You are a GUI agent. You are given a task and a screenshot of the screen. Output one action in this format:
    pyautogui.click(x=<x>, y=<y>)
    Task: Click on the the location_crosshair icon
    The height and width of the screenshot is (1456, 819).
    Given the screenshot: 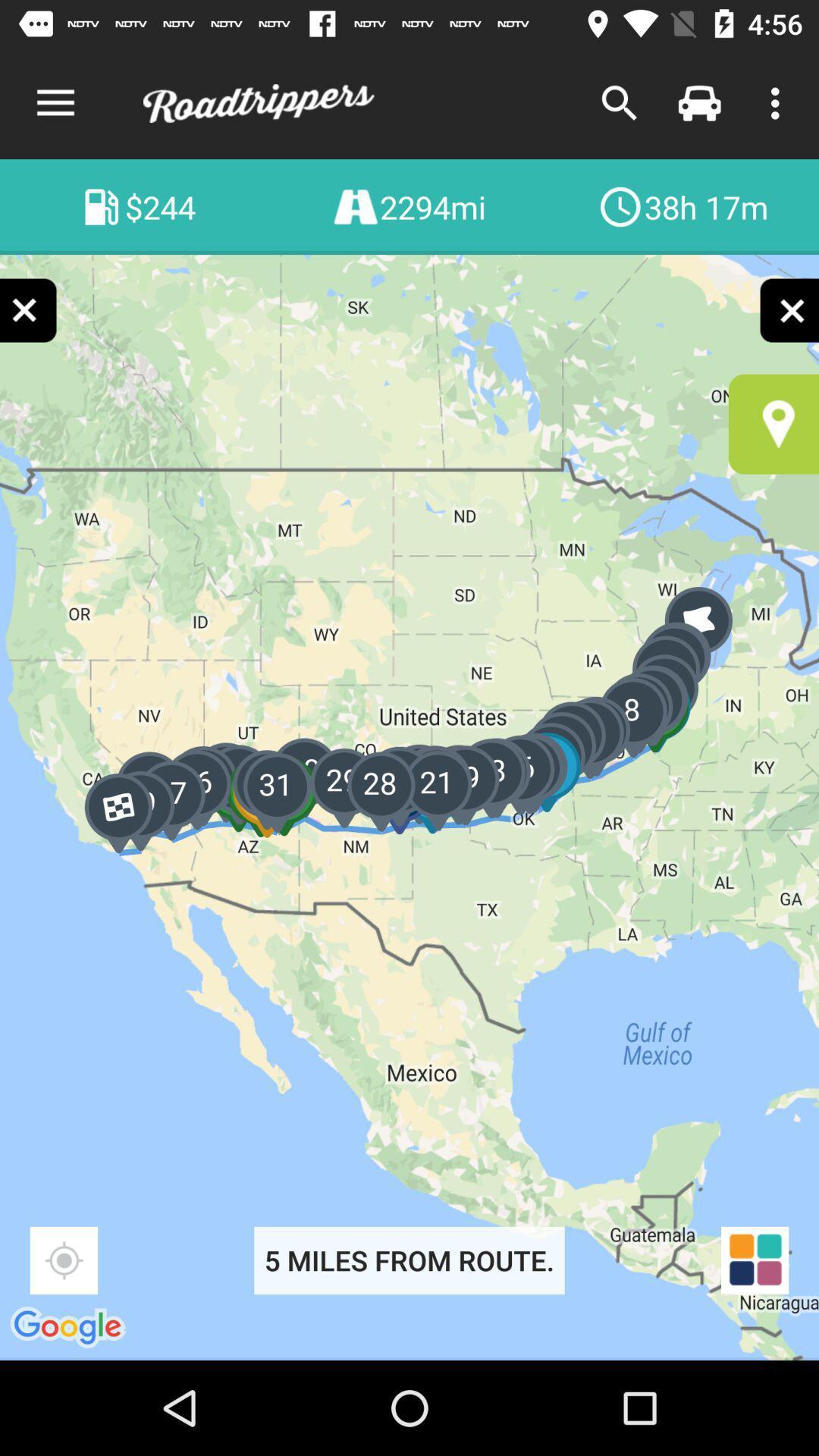 What is the action you would take?
    pyautogui.click(x=63, y=1260)
    